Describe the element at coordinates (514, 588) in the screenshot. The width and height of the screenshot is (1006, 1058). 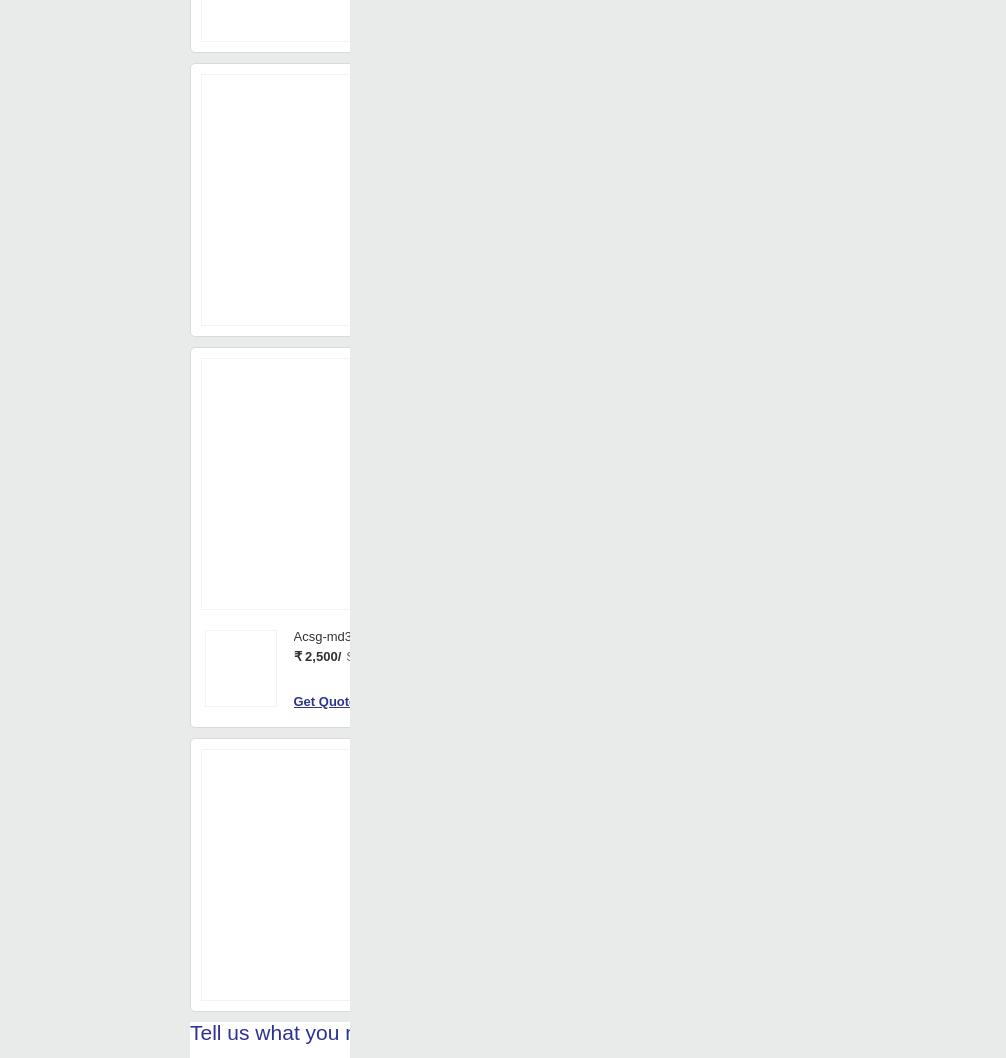
I see `'₹ 20,000/'` at that location.